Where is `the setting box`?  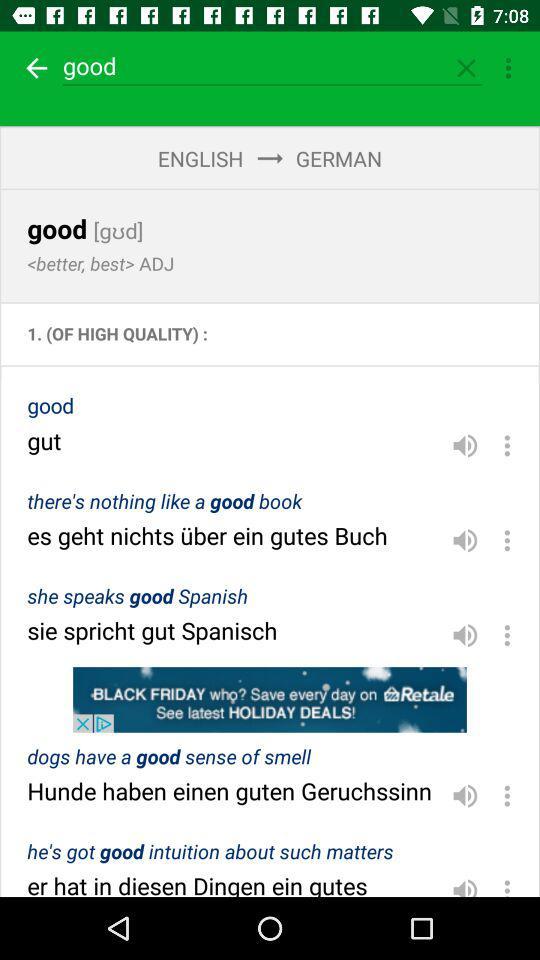
the setting box is located at coordinates (508, 68).